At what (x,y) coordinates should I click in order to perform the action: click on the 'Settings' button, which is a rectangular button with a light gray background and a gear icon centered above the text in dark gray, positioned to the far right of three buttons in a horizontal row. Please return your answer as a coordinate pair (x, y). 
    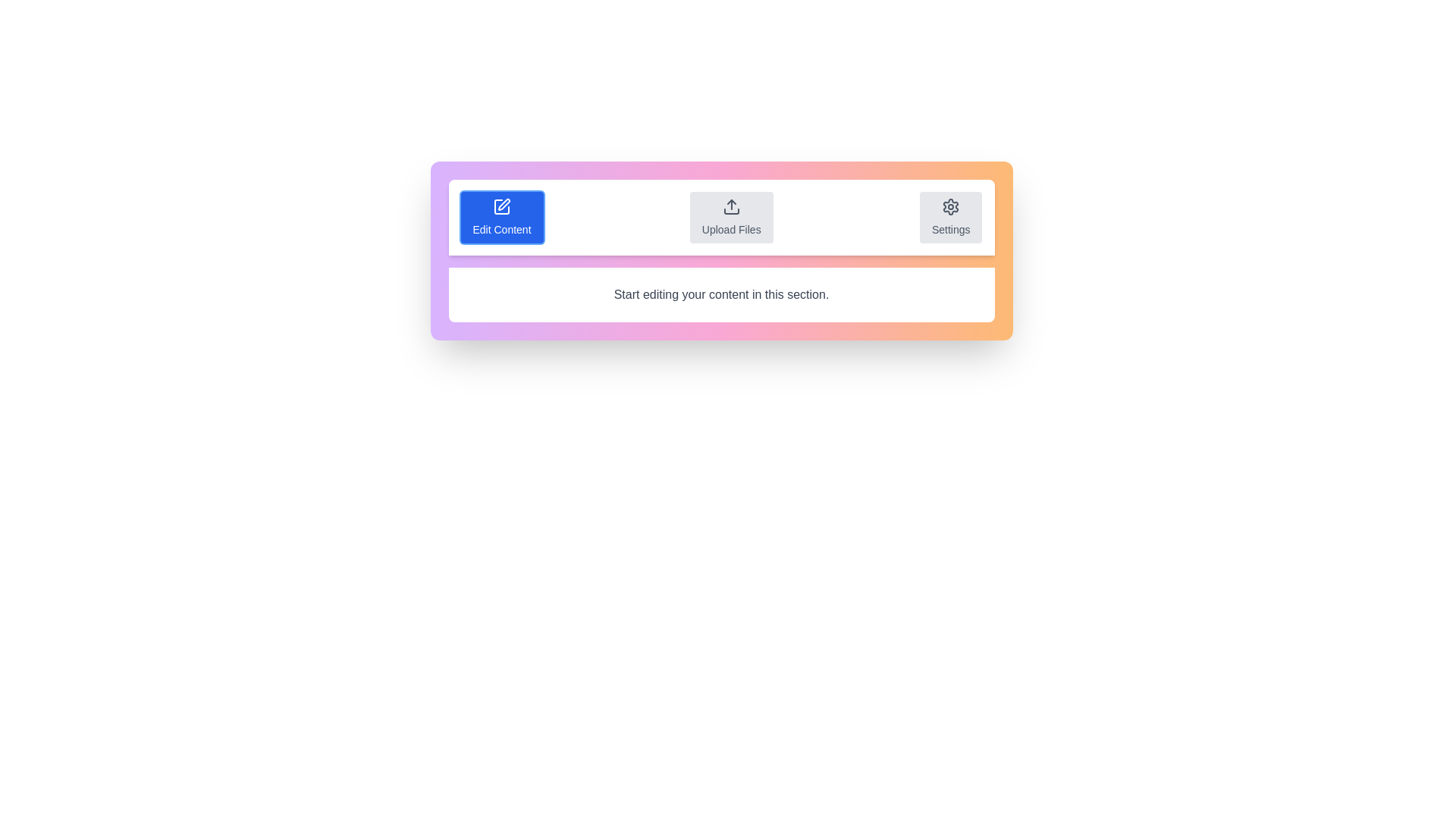
    Looking at the image, I should click on (950, 217).